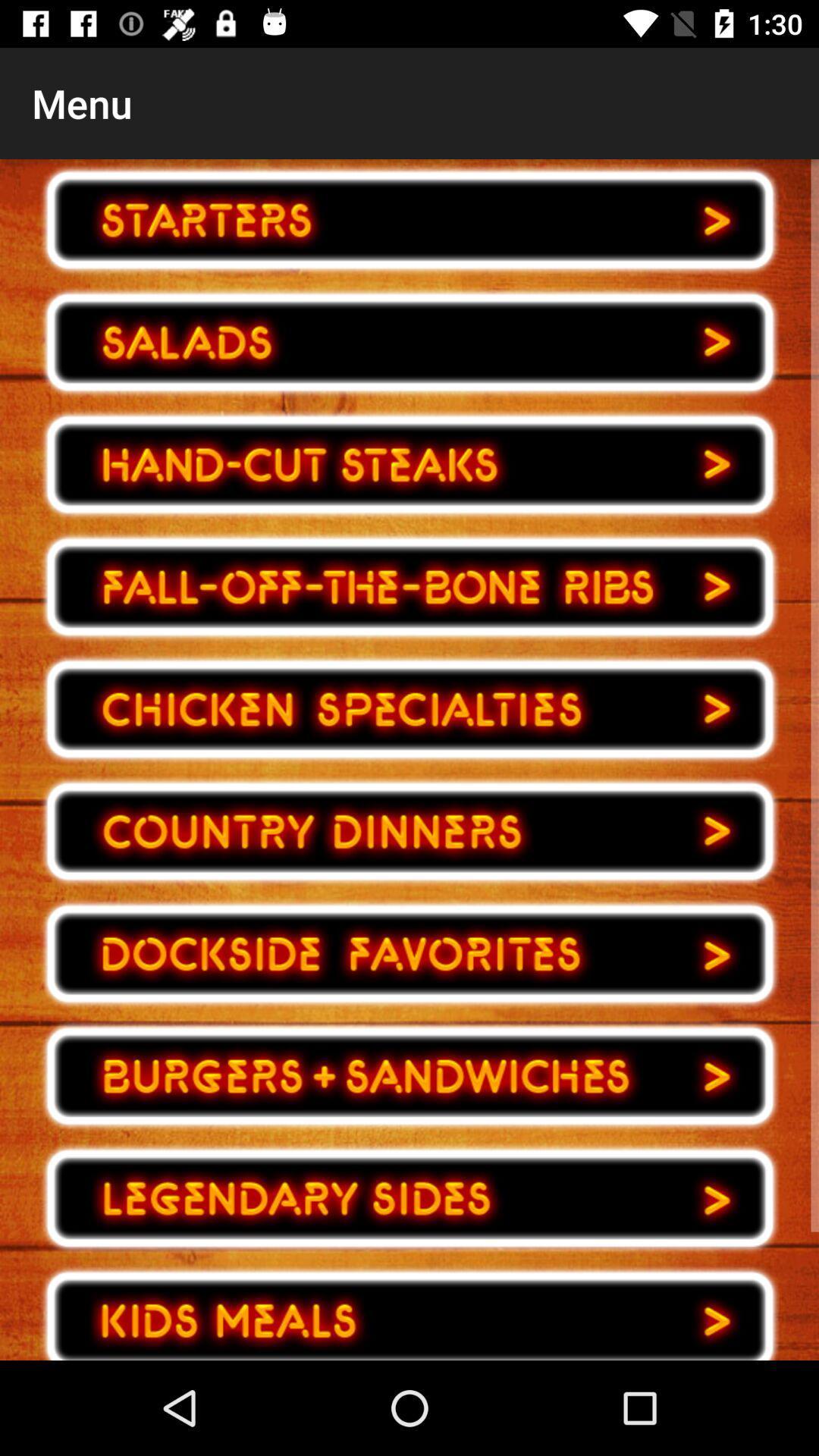  Describe the element at coordinates (409, 341) in the screenshot. I see `option` at that location.